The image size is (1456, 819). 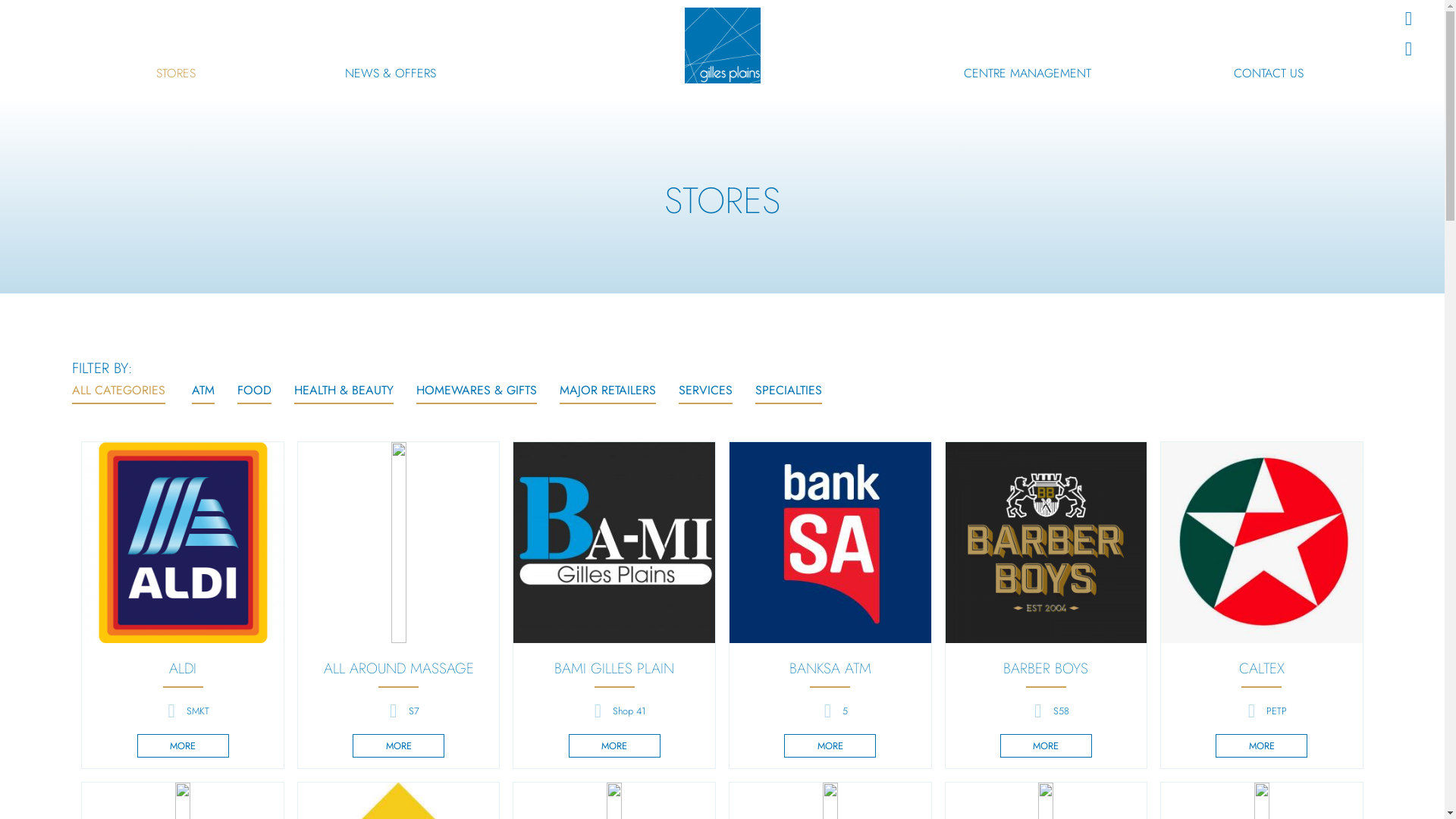 I want to click on 'NEWS & OFFERS', so click(x=390, y=73).